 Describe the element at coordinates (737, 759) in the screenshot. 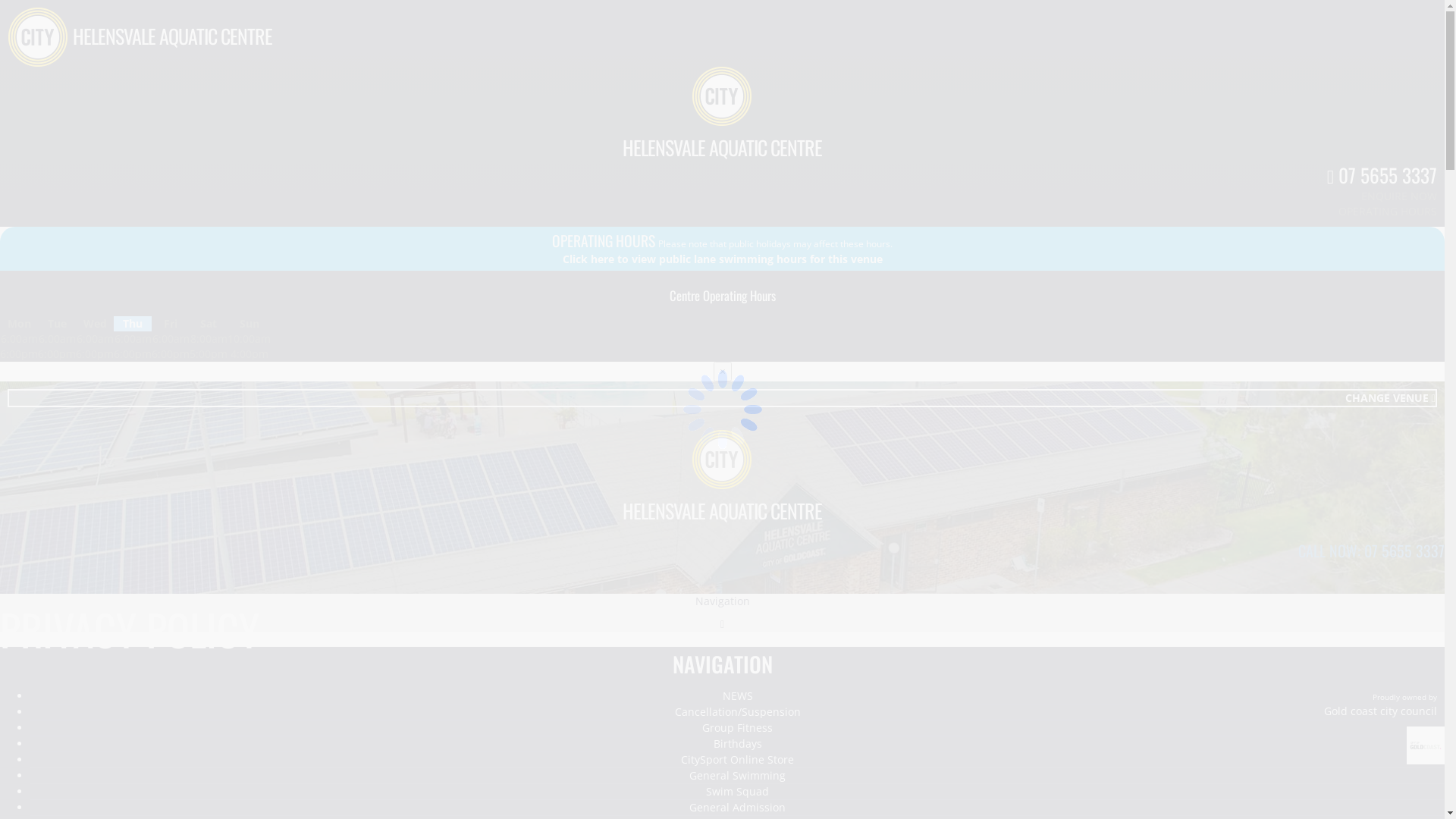

I see `'CitySport Online Store'` at that location.